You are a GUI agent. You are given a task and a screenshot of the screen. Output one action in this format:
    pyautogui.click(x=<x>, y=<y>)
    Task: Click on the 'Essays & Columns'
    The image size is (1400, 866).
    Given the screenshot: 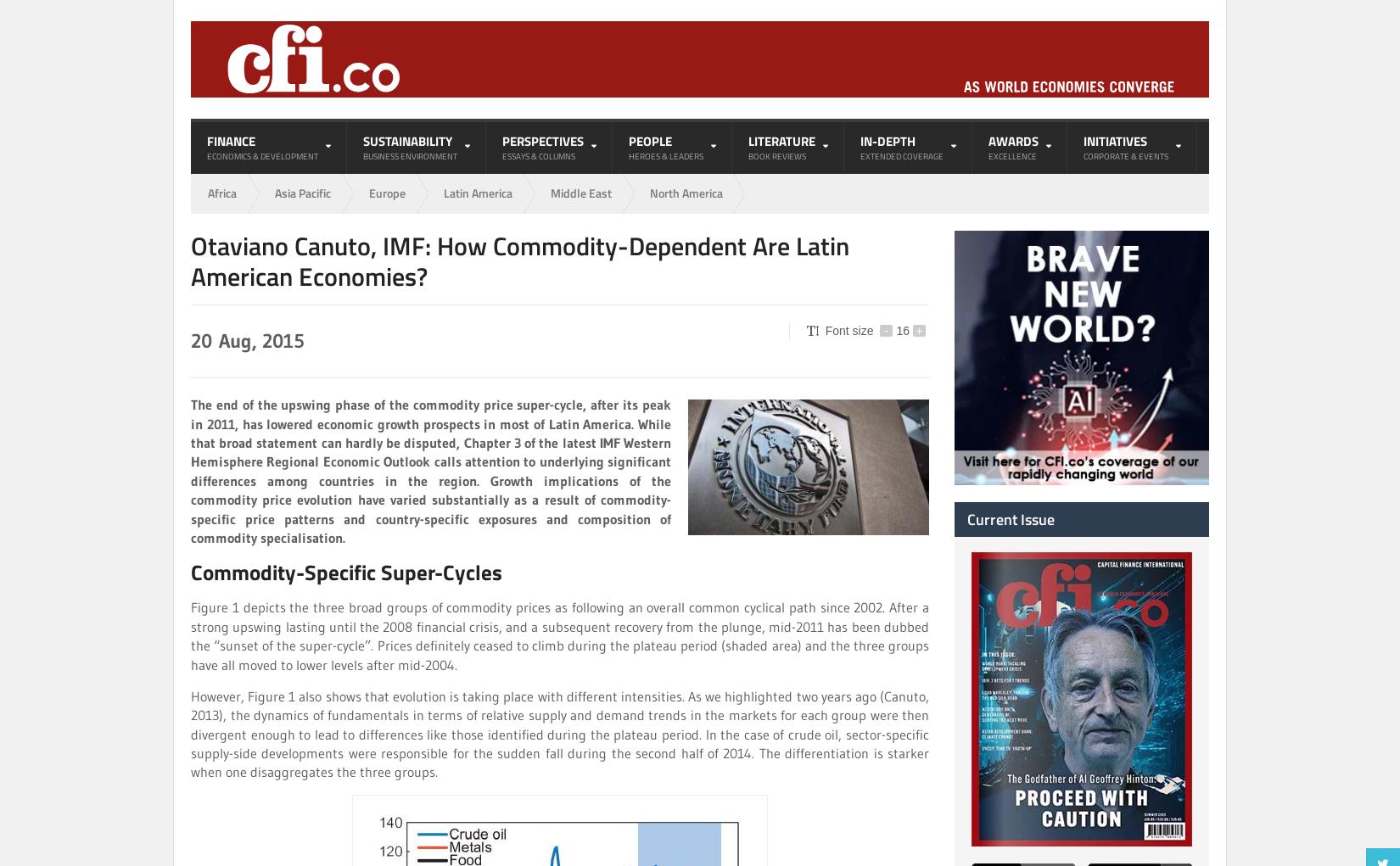 What is the action you would take?
    pyautogui.click(x=501, y=154)
    